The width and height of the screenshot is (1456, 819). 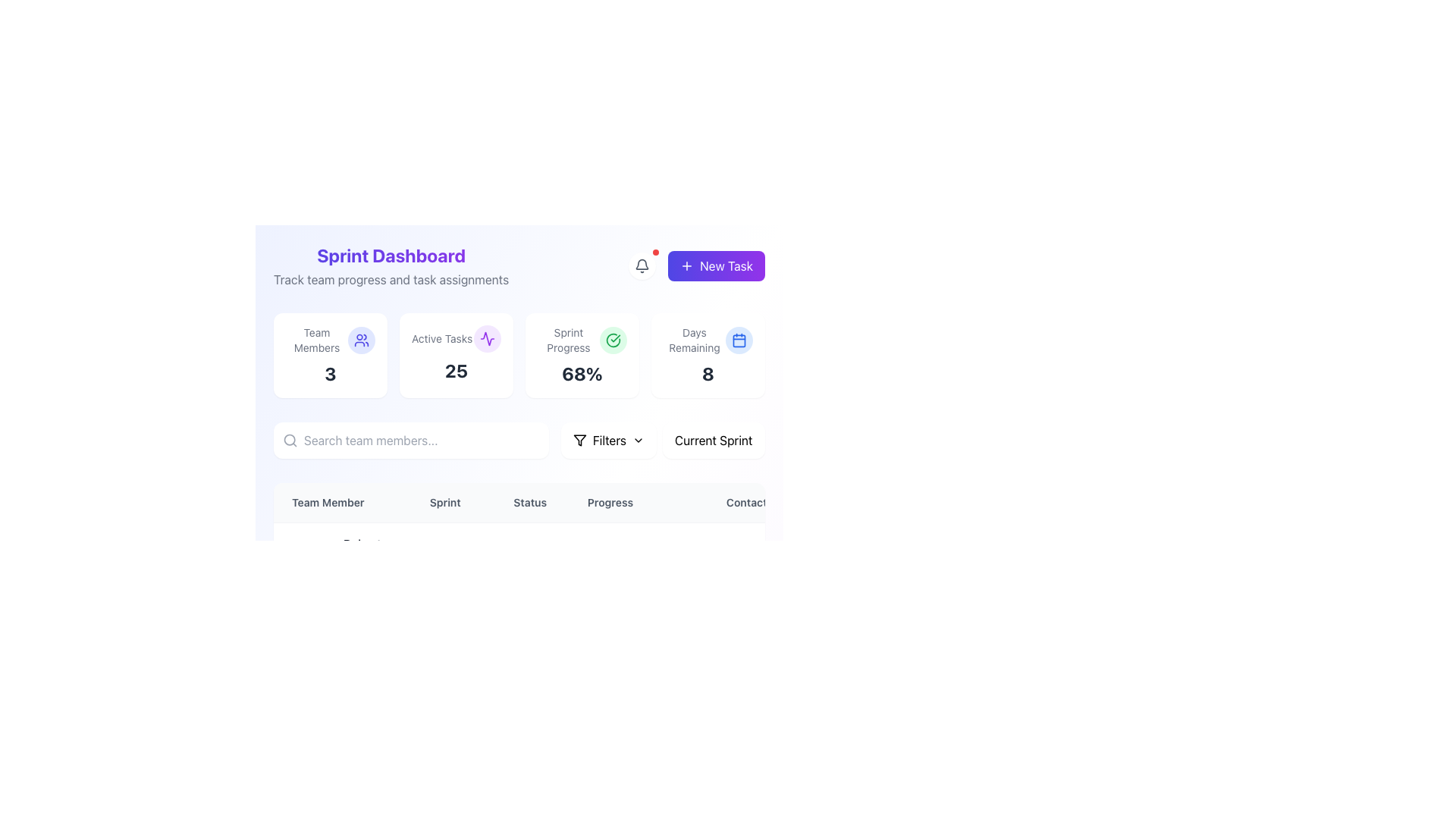 I want to click on the 'Team Members' text label, which is displayed in small gray font and is located in the upper-left section of the dashboard layout, so click(x=315, y=339).